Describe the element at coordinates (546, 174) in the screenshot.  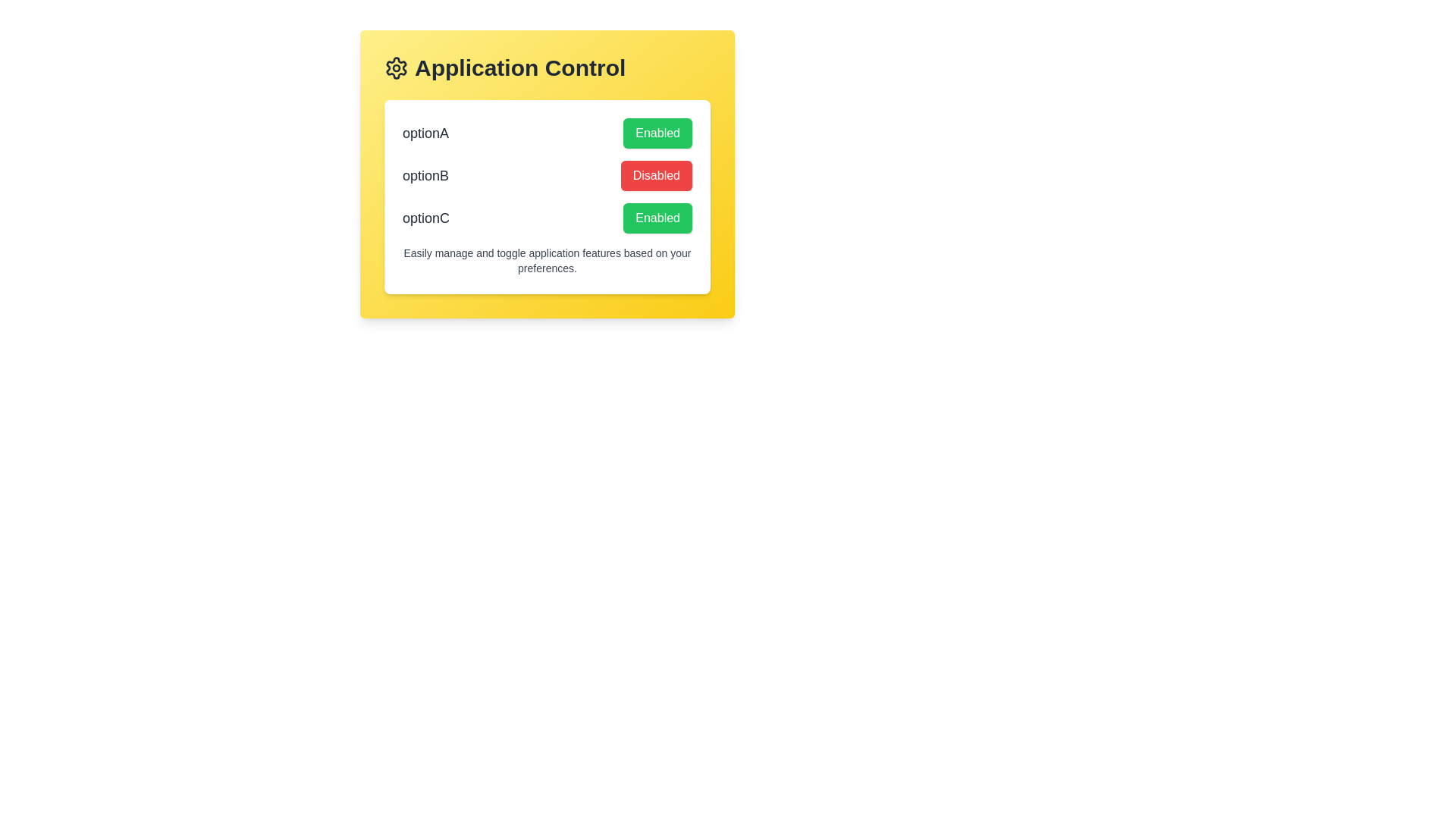
I see `the second toggle option button in the control panel, which is currently 'Disabled', to attempt an action` at that location.